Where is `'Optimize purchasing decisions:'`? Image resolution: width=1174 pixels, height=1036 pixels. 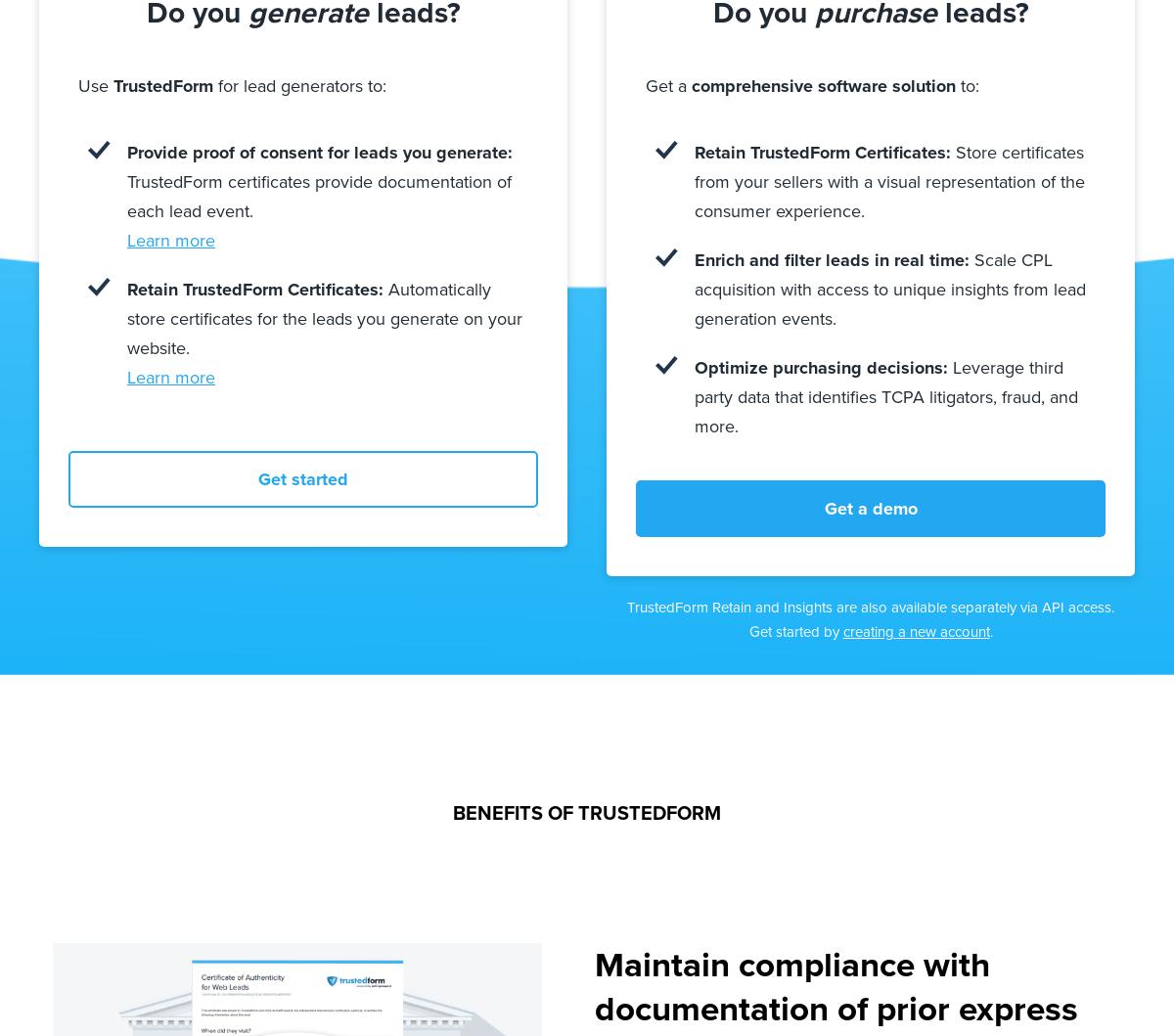 'Optimize purchasing decisions:' is located at coordinates (820, 365).